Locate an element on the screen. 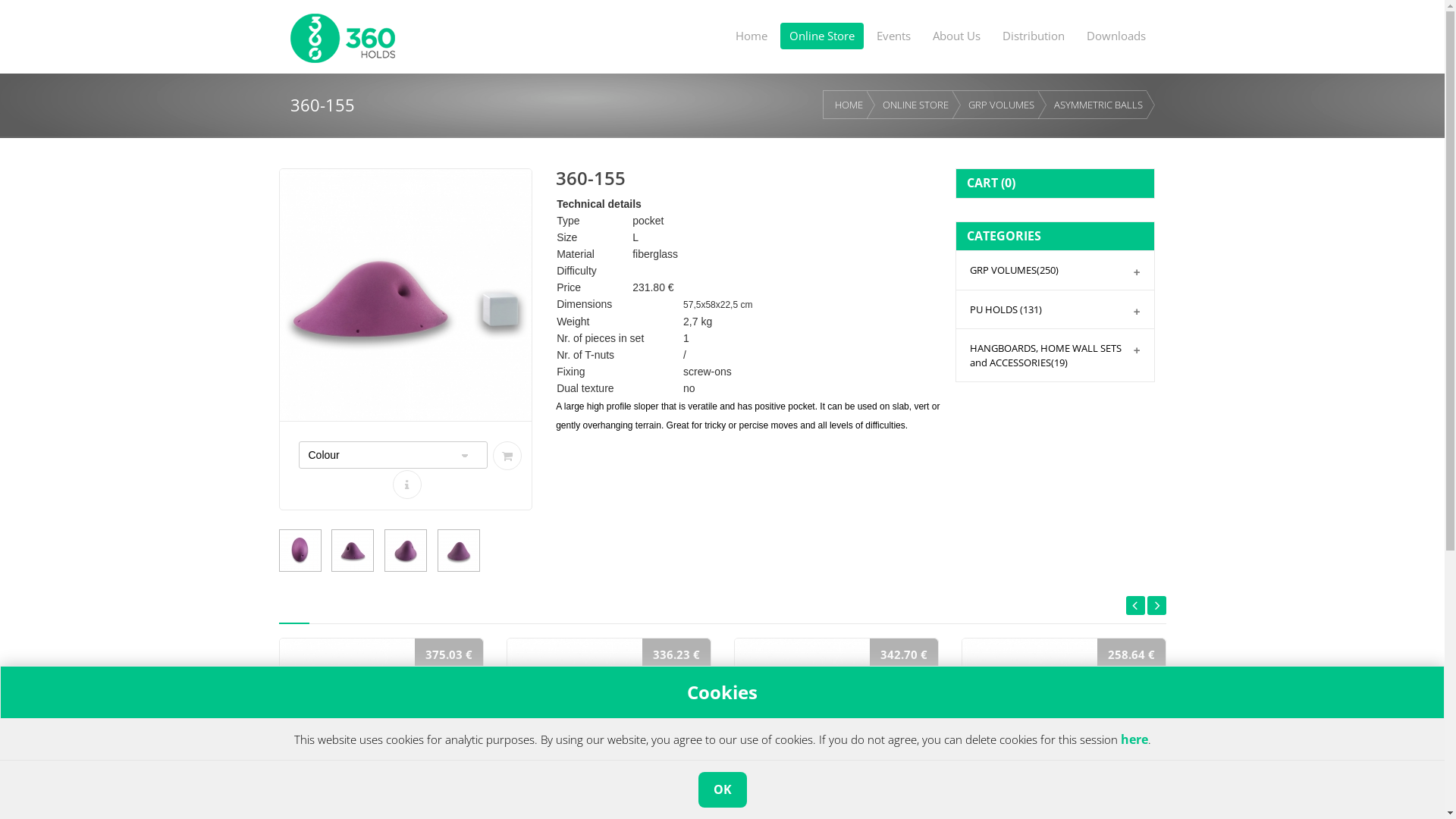 This screenshot has width=1456, height=819. 'Downloads' is located at coordinates (1115, 35).